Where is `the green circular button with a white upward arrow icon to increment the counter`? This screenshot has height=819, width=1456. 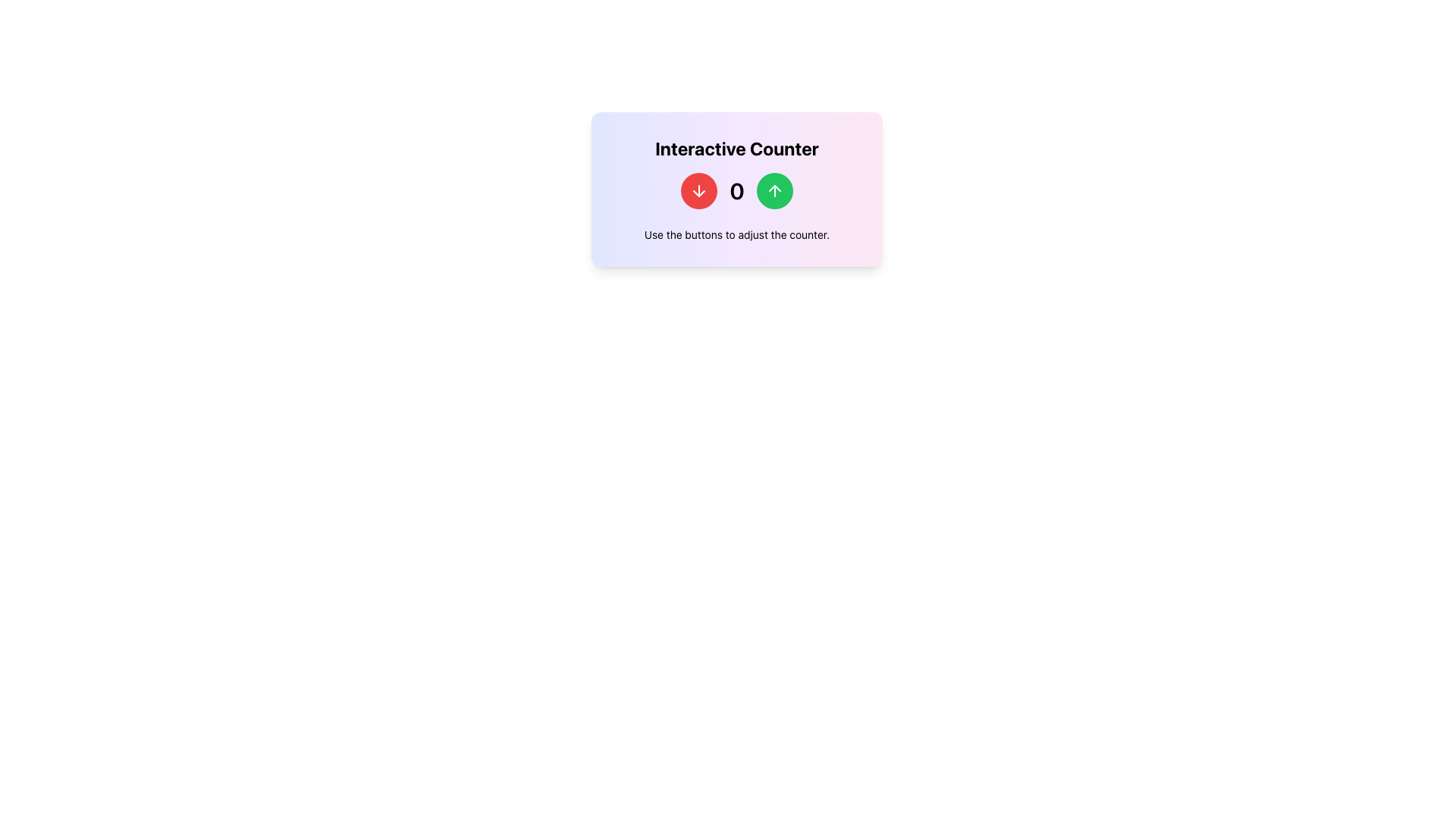 the green circular button with a white upward arrow icon to increment the counter is located at coordinates (774, 190).